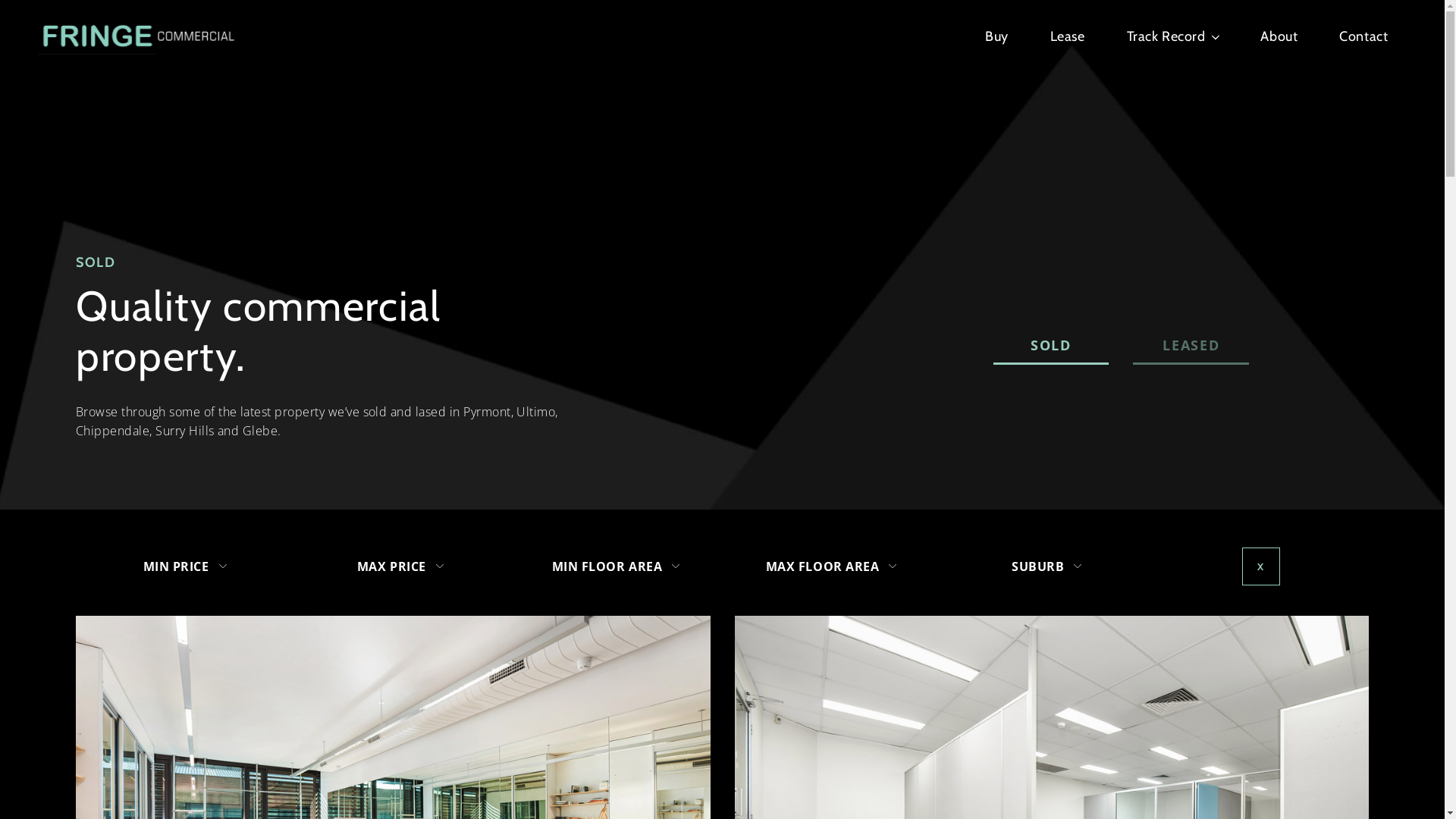  Describe the element at coordinates (1172, 36) in the screenshot. I see `'Track Record'` at that location.